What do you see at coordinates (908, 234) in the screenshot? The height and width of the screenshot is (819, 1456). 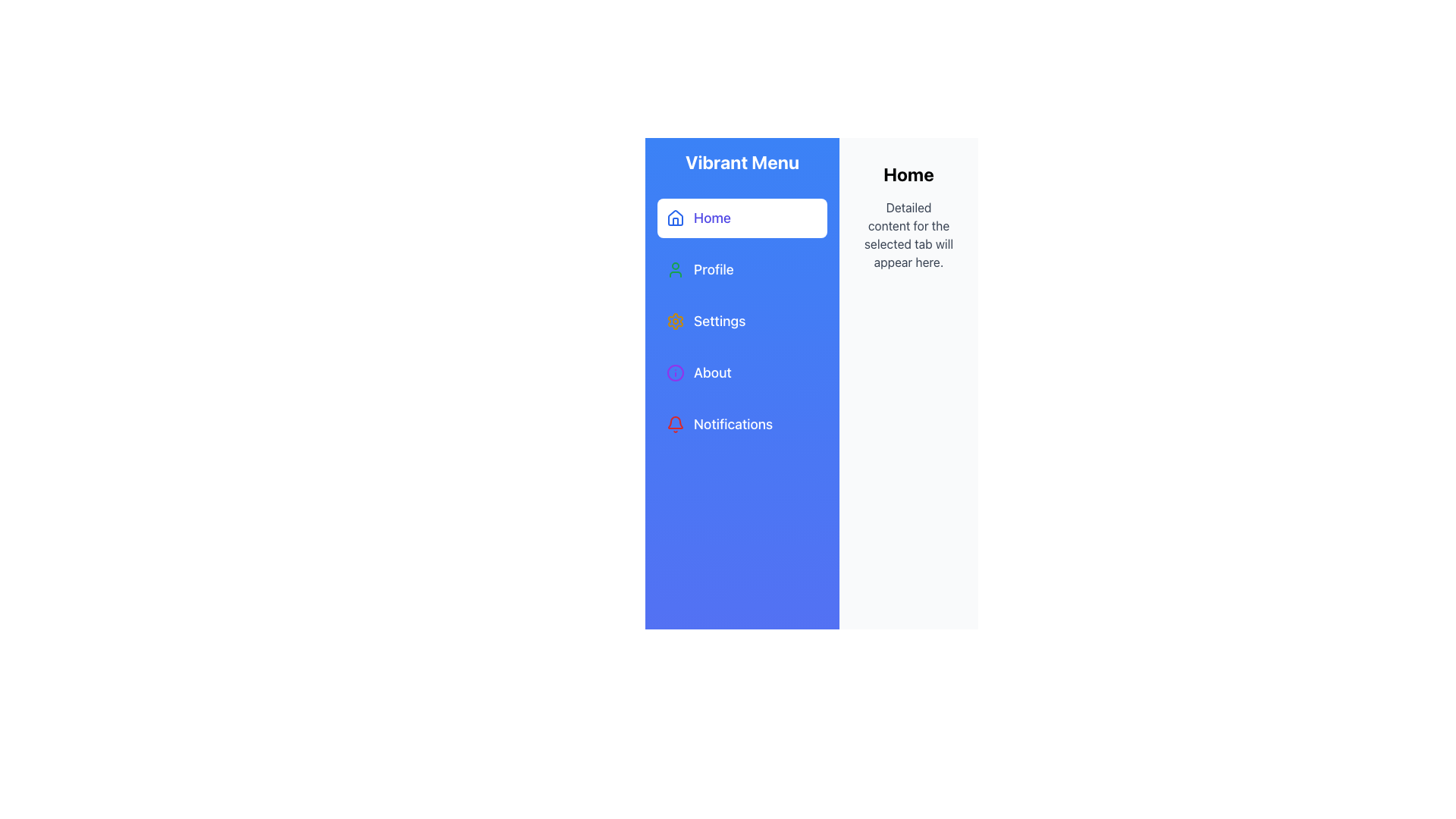 I see `the static text displaying 'Detailed content for the selected tab will appear here.' which is located beneath the 'Home' header` at bounding box center [908, 234].